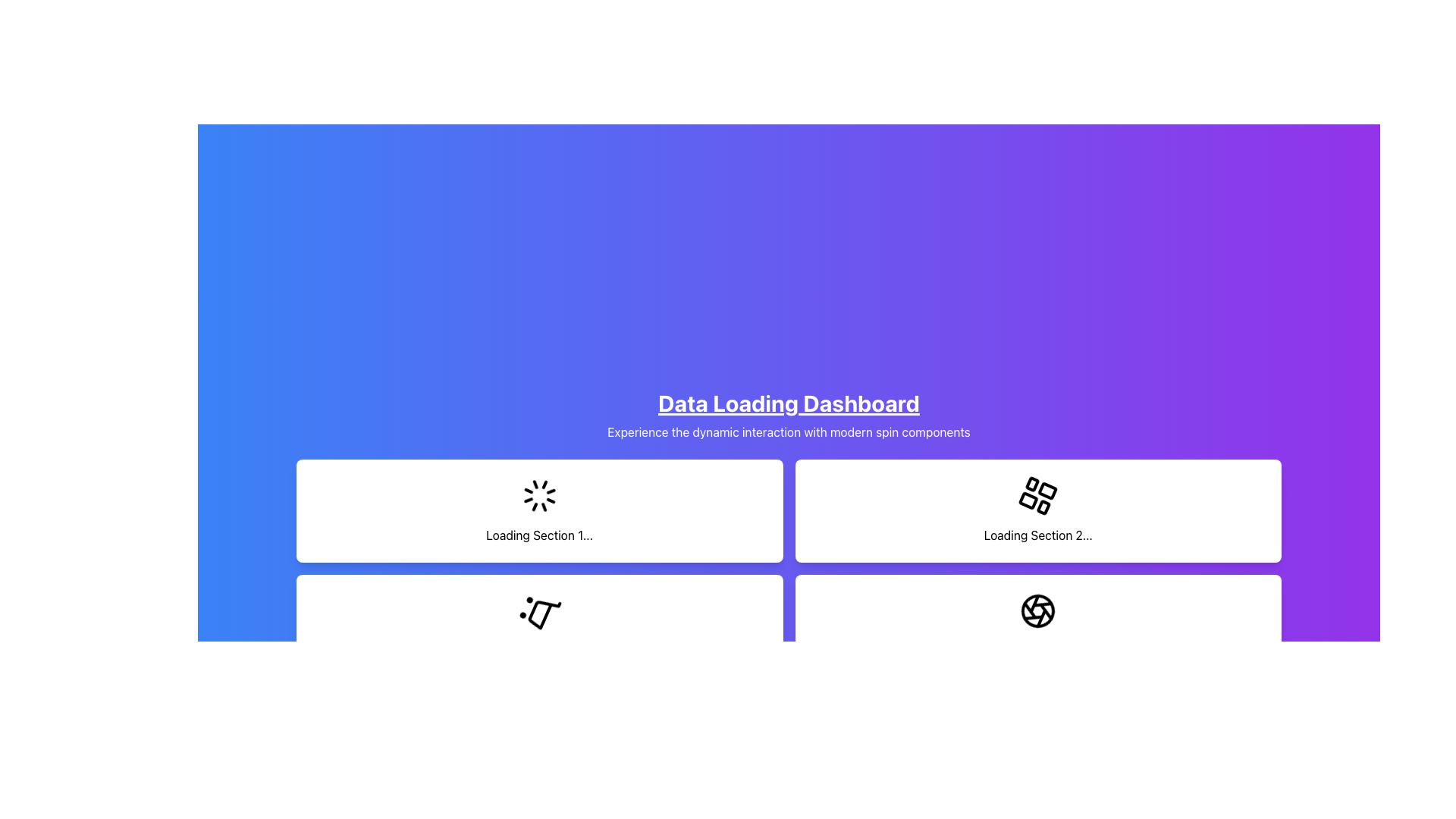  What do you see at coordinates (1037, 610) in the screenshot?
I see `the SVG Circle element, which is the innermost part of an animated spinner icon resembling a camera aperture located in the bottom-right quadrant of the interface` at bounding box center [1037, 610].